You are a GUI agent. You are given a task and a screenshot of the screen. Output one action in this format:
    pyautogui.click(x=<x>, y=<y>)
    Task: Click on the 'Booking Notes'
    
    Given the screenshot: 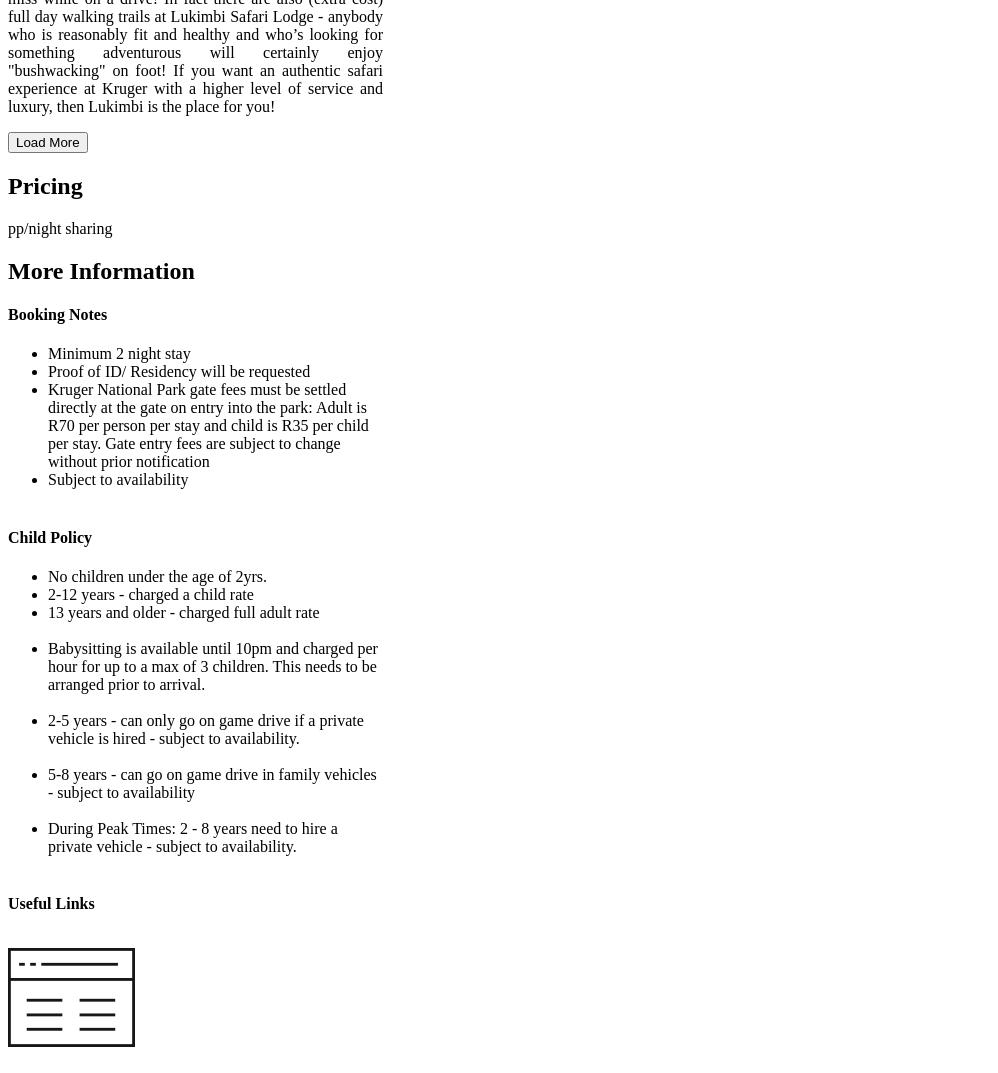 What is the action you would take?
    pyautogui.click(x=56, y=313)
    